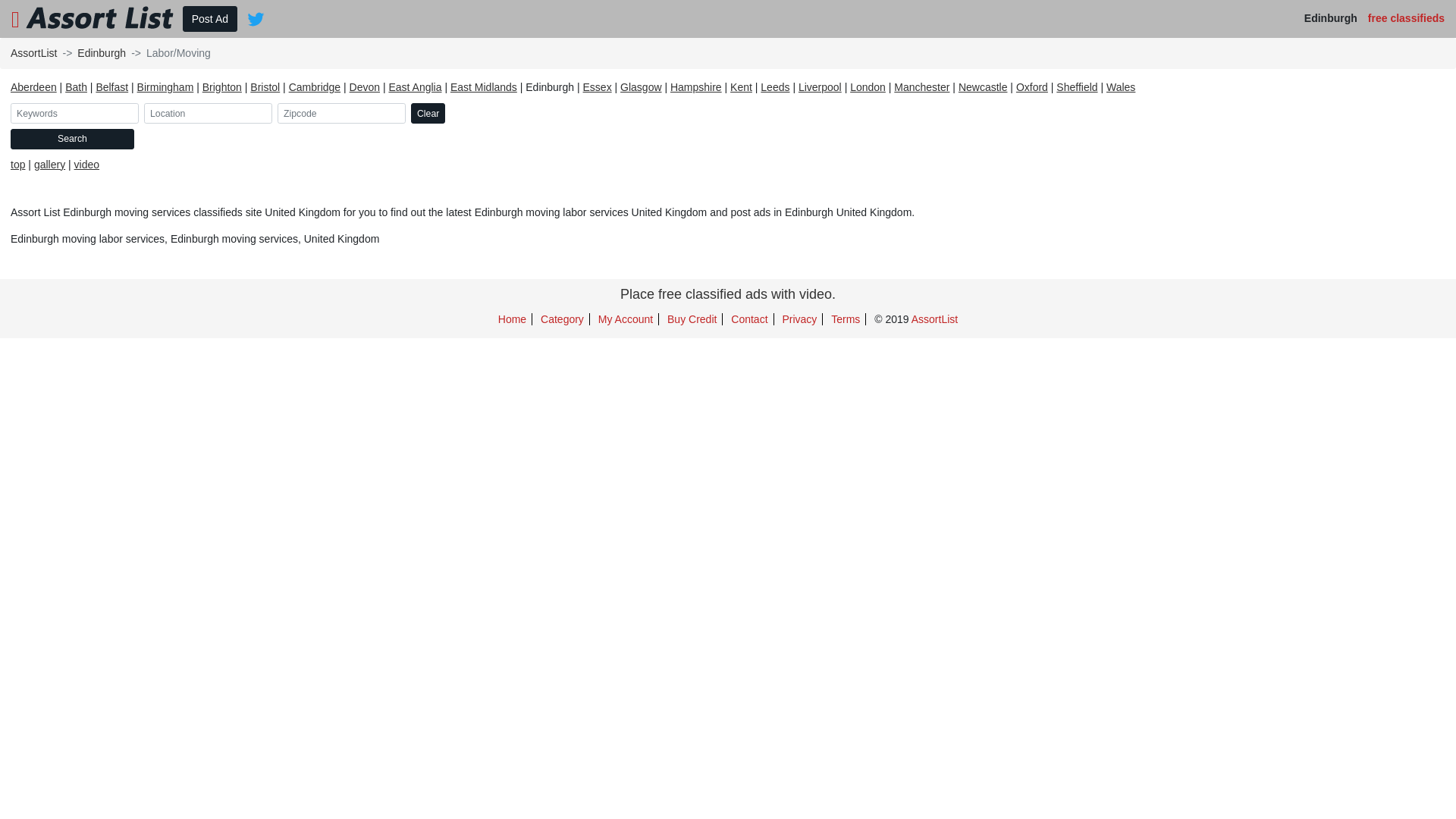 The width and height of the screenshot is (1456, 819). What do you see at coordinates (620, 294) in the screenshot?
I see `'Place free classified ads with video.'` at bounding box center [620, 294].